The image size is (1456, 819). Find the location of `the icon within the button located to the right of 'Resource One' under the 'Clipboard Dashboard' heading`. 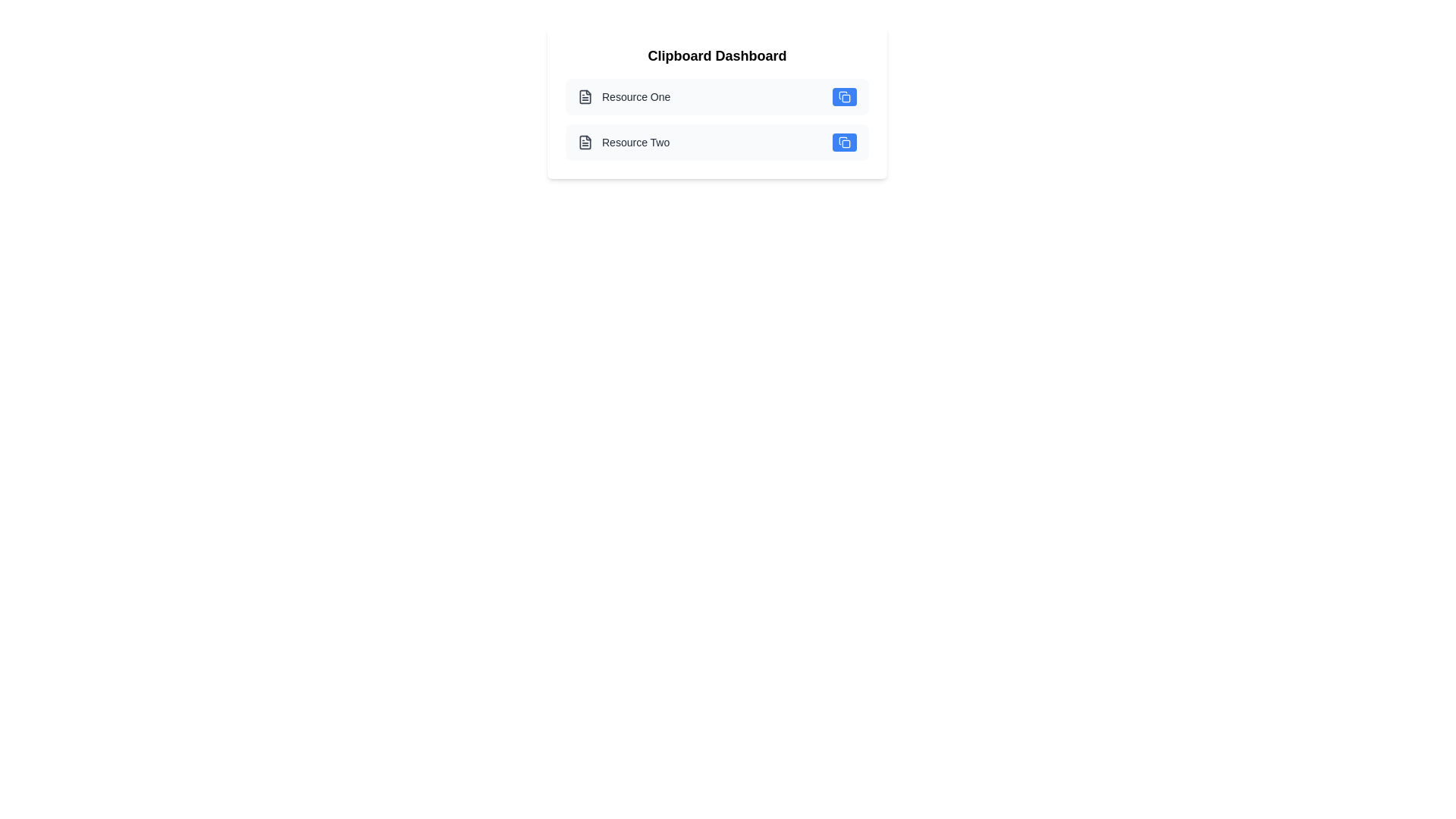

the icon within the button located to the right of 'Resource One' under the 'Clipboard Dashboard' heading is located at coordinates (843, 96).